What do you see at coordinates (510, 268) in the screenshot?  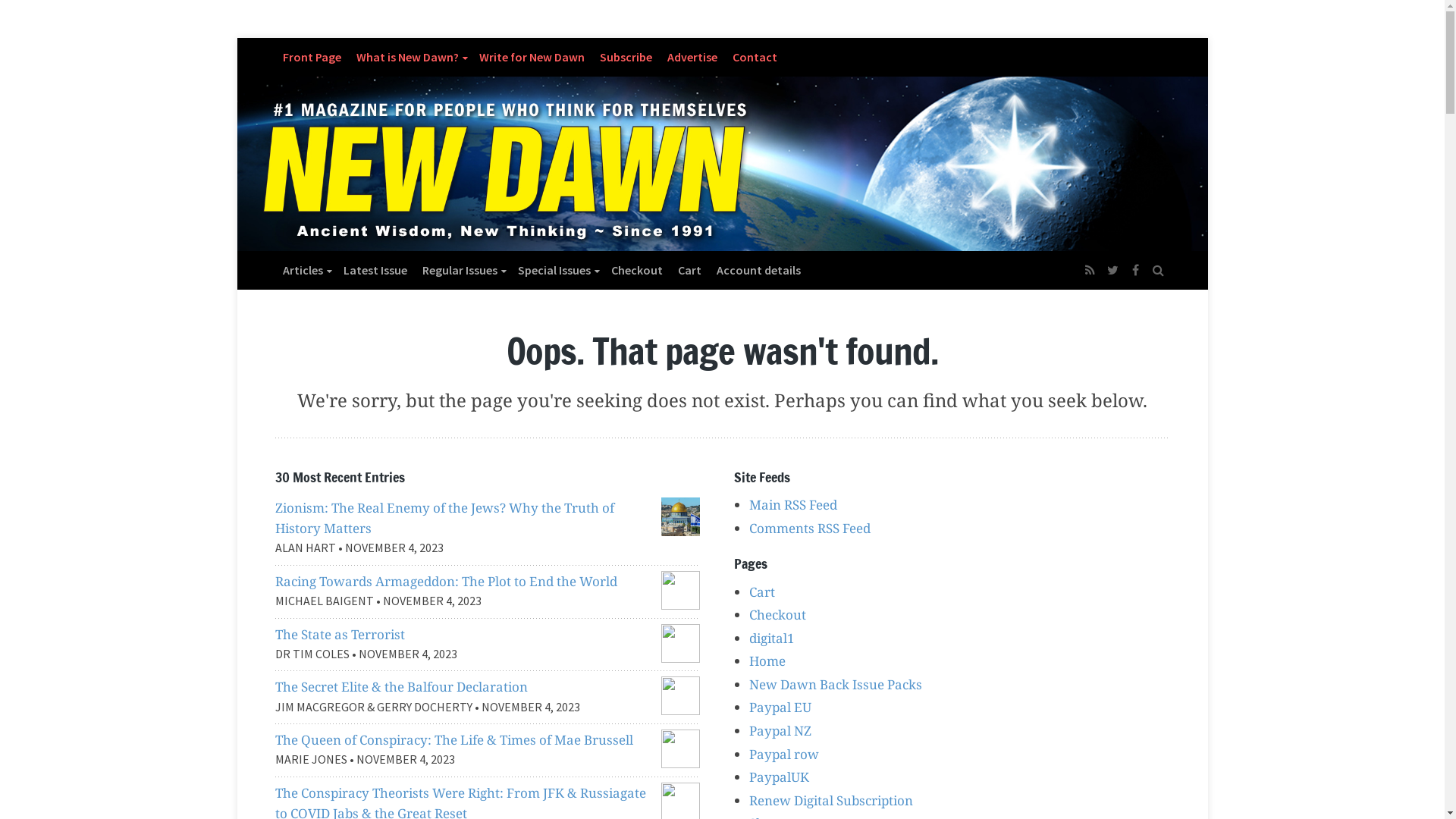 I see `'Special Issues'` at bounding box center [510, 268].